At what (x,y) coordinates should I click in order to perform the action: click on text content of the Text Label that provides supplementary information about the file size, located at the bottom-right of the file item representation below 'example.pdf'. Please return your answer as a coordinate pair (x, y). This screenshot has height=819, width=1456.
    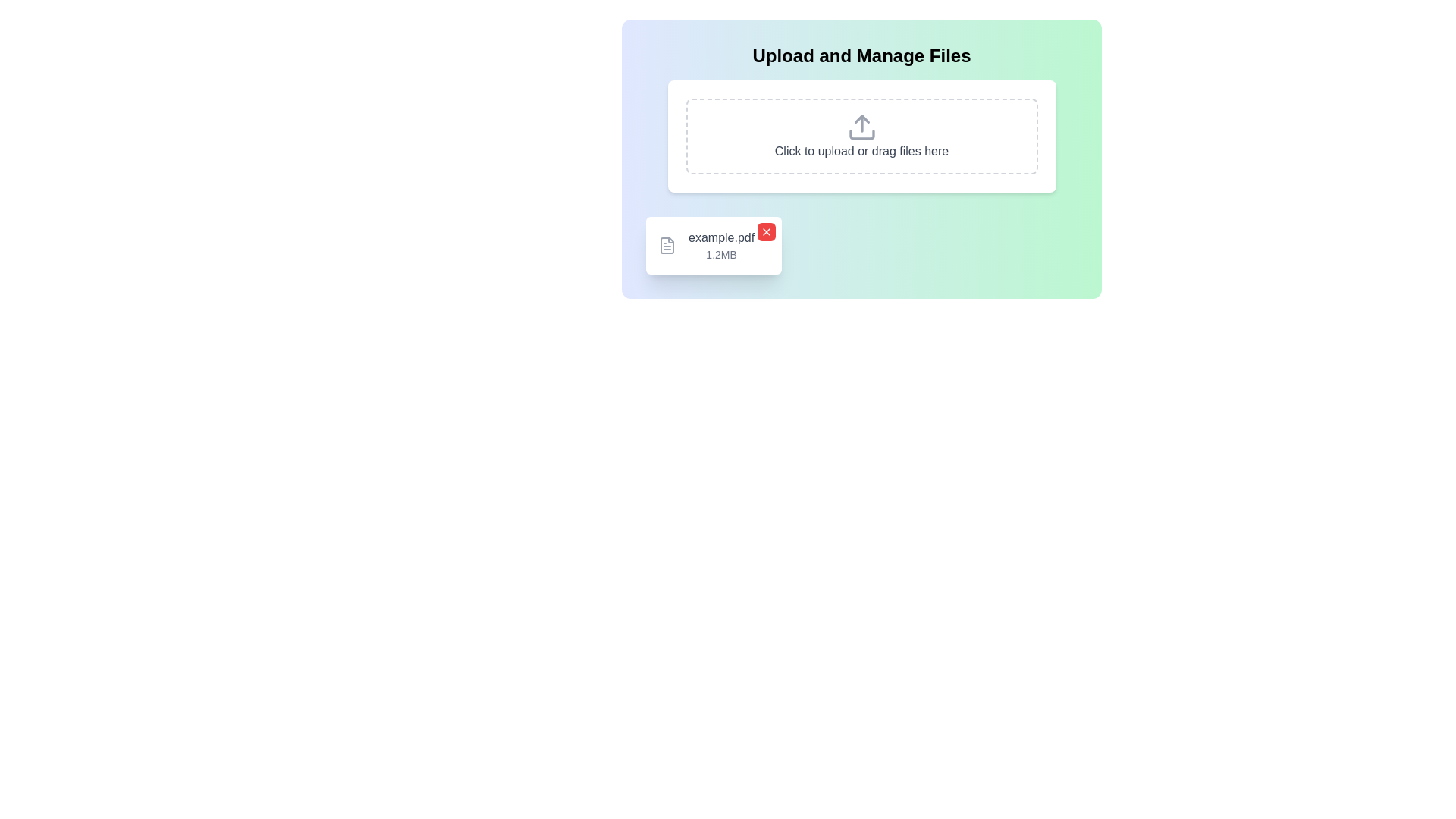
    Looking at the image, I should click on (720, 253).